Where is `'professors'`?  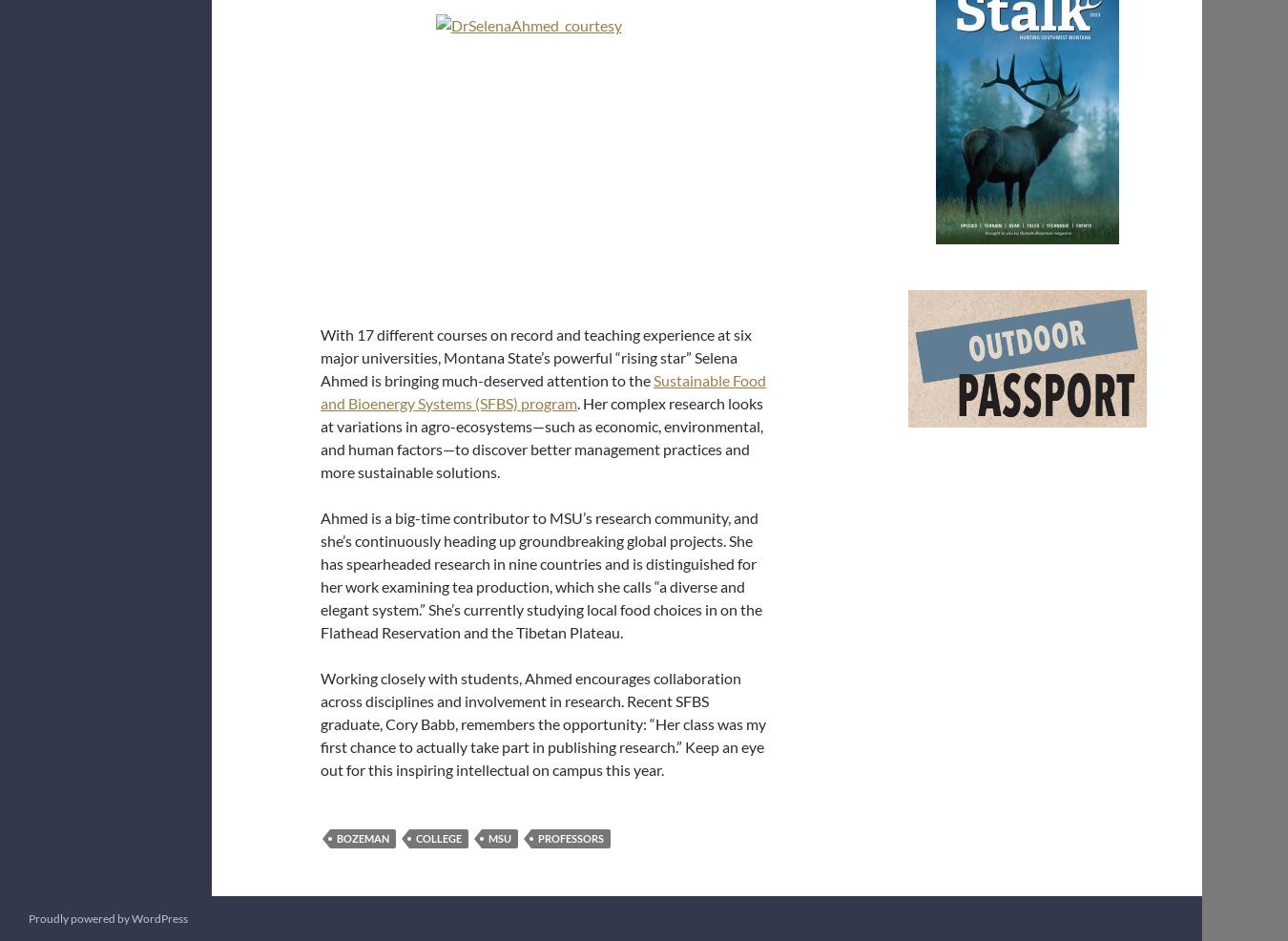 'professors' is located at coordinates (571, 837).